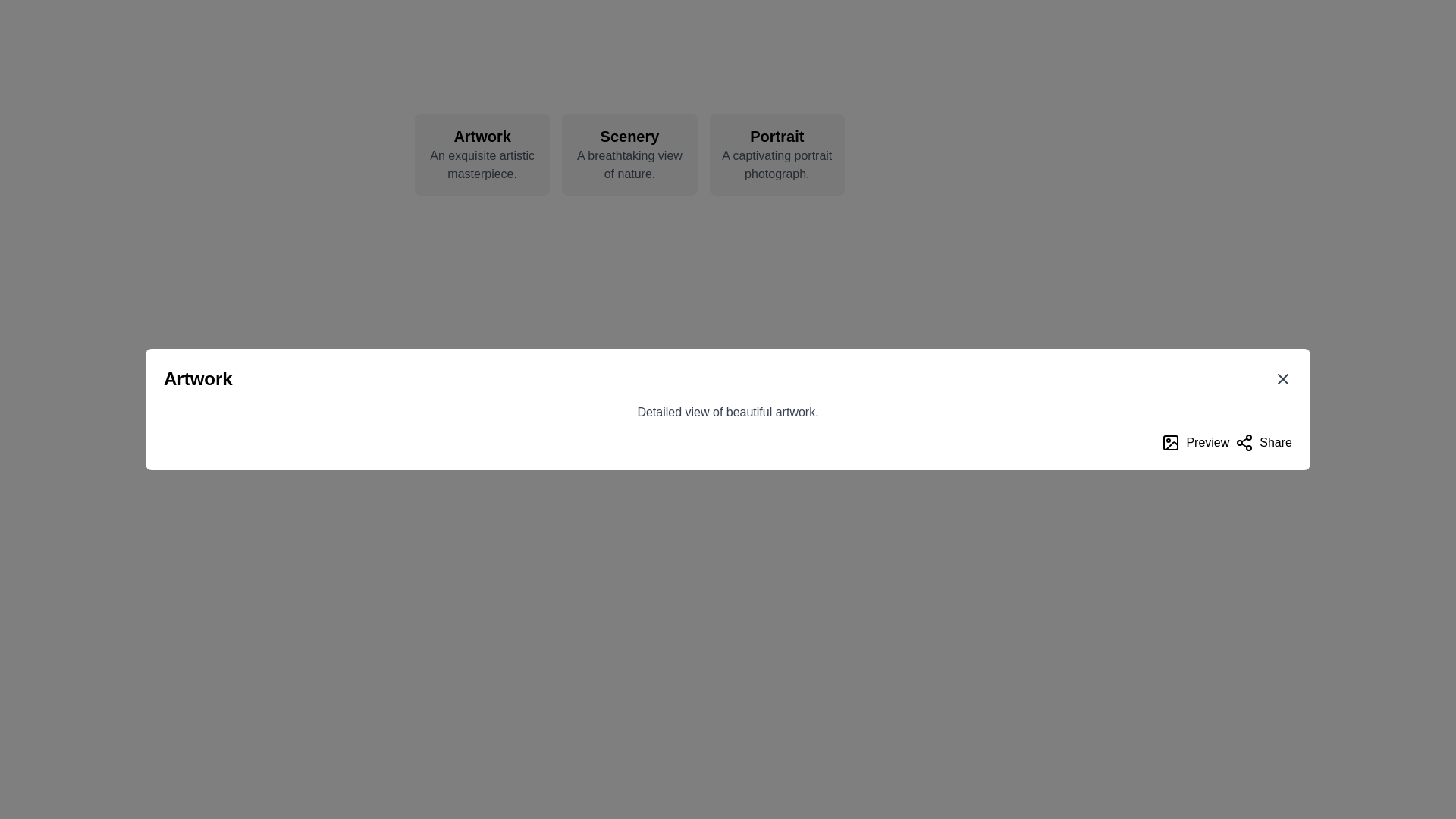 The height and width of the screenshot is (819, 1456). Describe the element at coordinates (629, 136) in the screenshot. I see `the text label that acts as a title or heading for the card, which is centrally located at the top of the card` at that location.